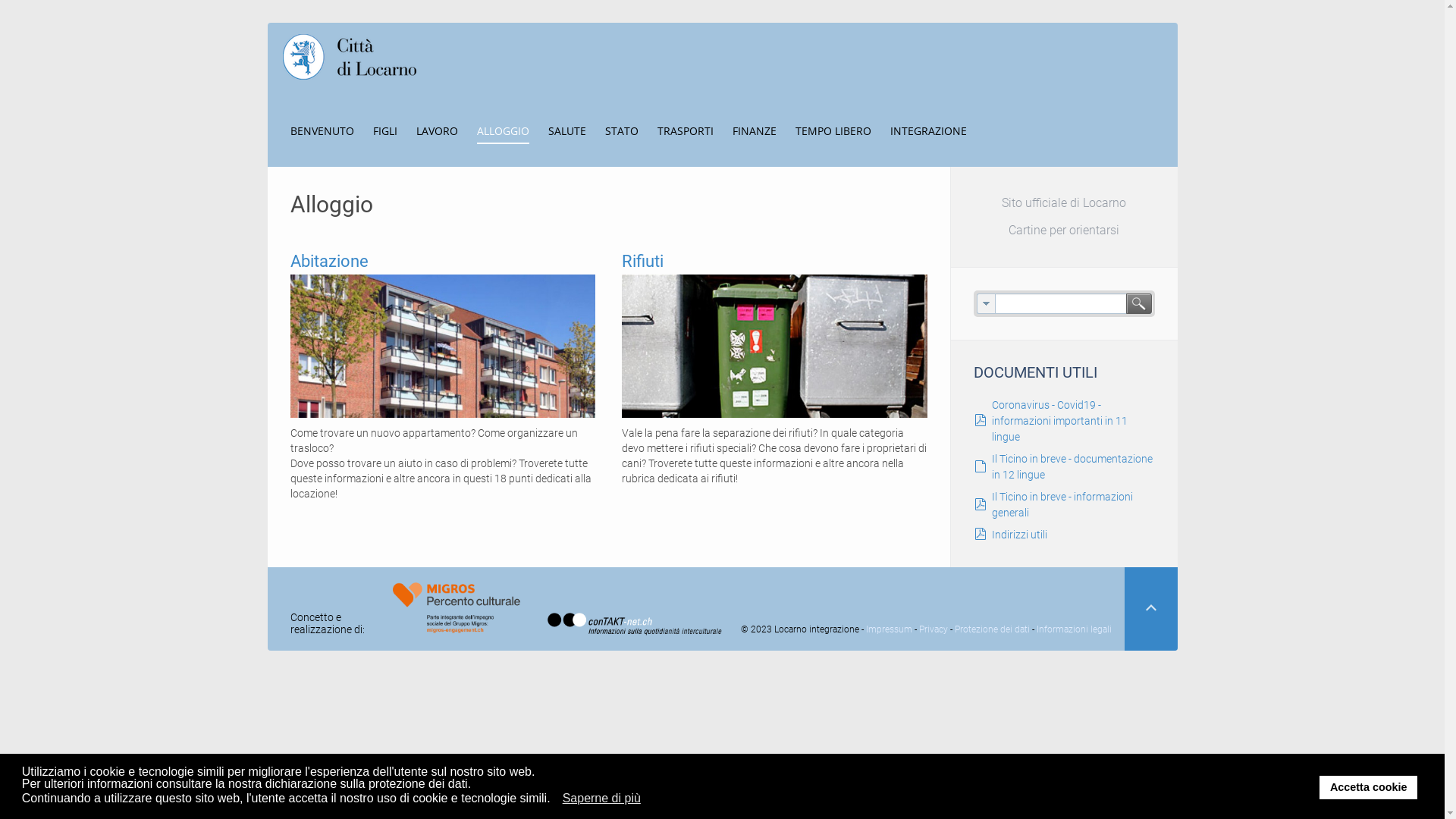 The width and height of the screenshot is (1456, 819). I want to click on 'Sito ufficiale di Locarno', so click(1063, 202).